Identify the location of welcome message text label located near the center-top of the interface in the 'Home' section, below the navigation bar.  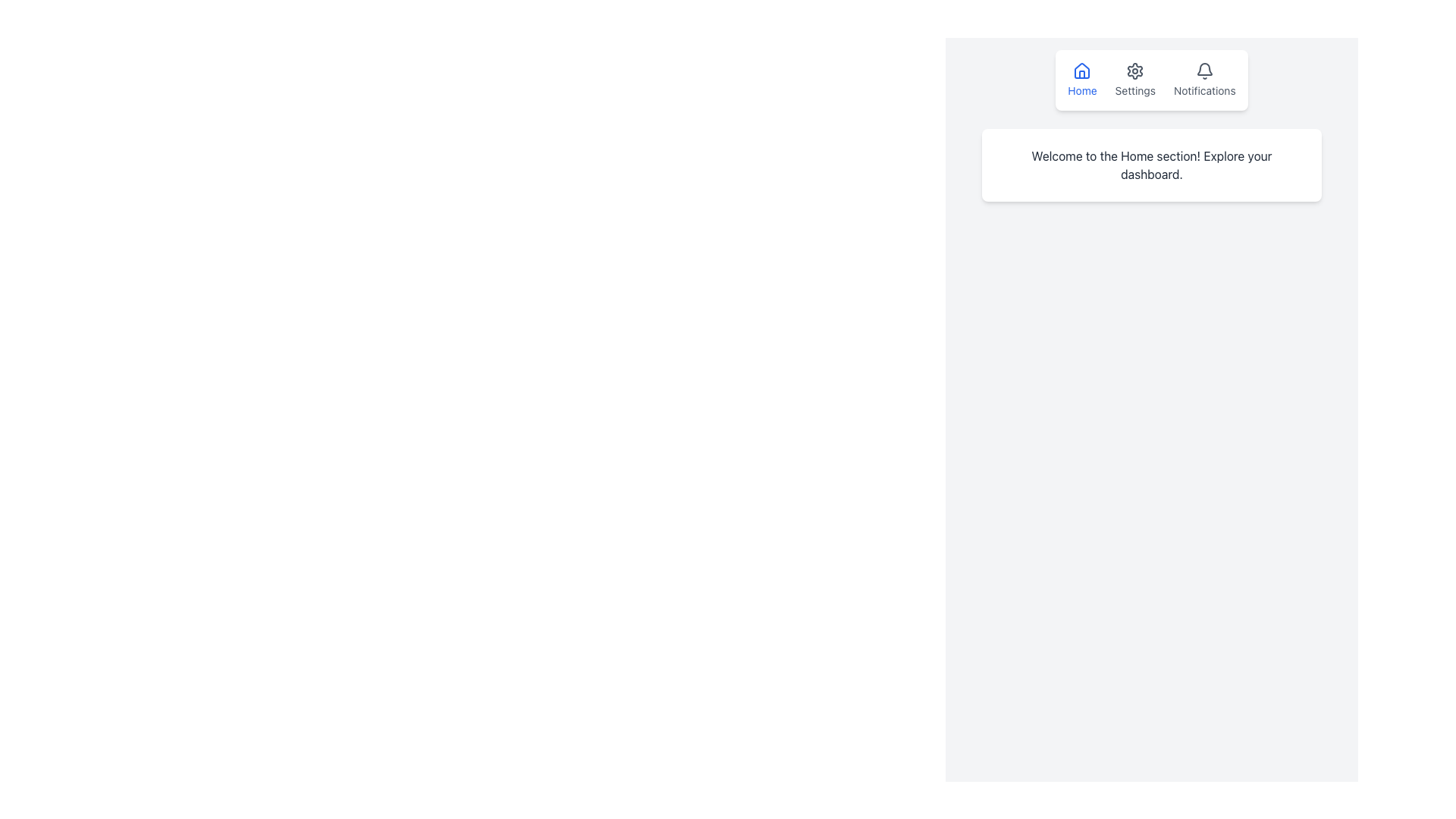
(1151, 165).